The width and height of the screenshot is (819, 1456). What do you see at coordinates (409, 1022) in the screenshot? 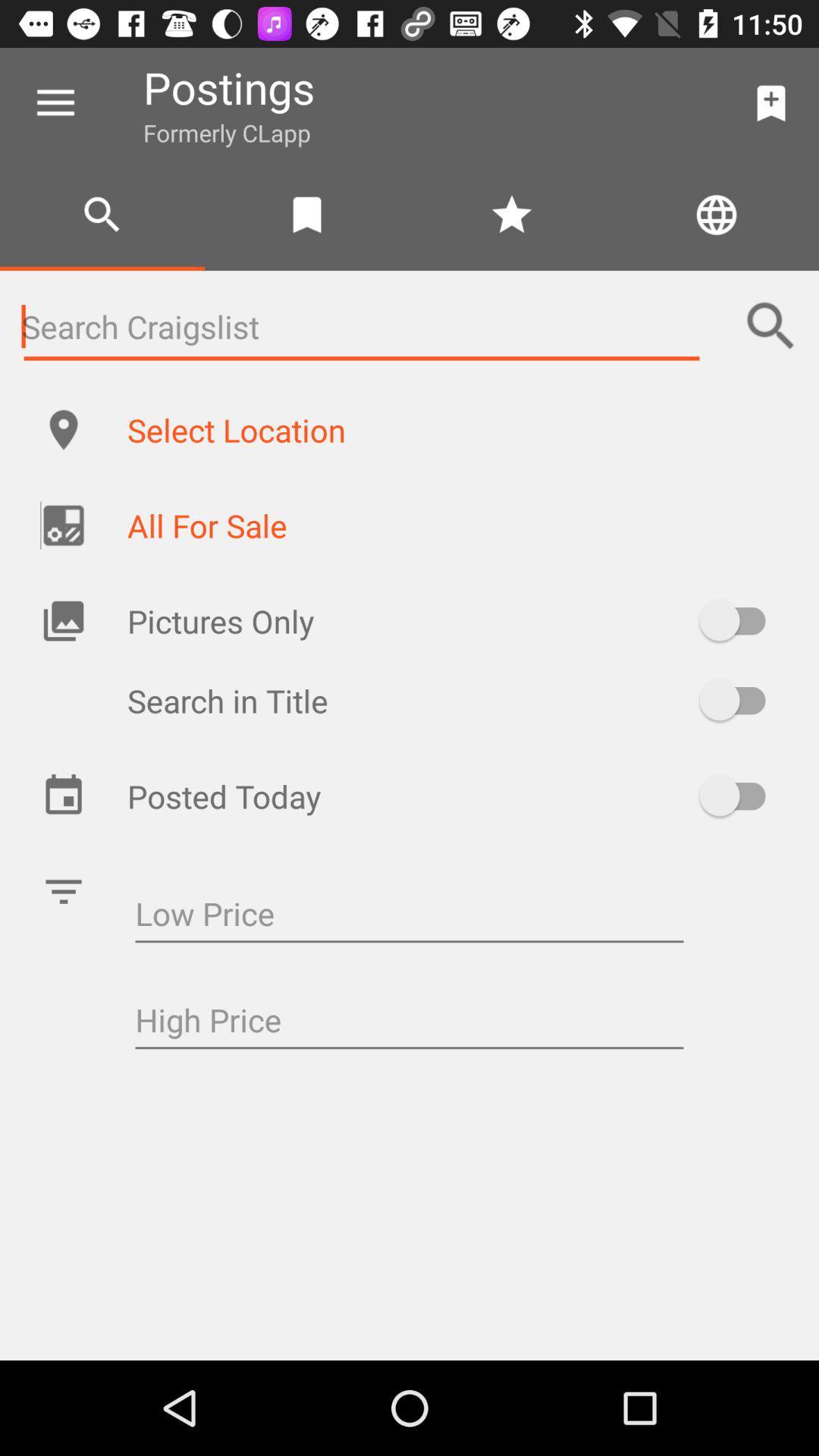
I see `high price input` at bounding box center [409, 1022].